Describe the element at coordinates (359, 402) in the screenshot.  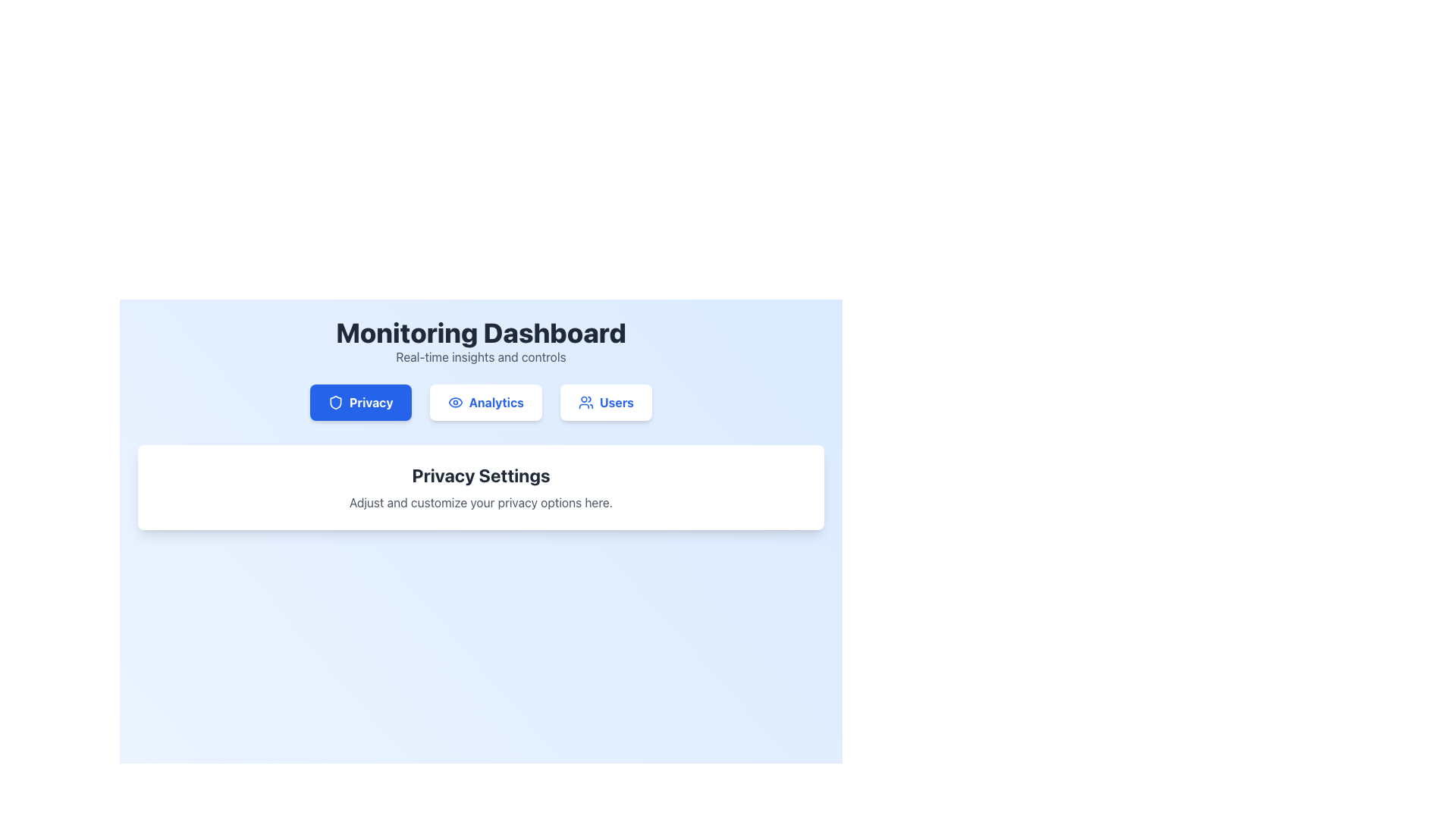
I see `the 'Privacy' button, which is a rounded rectangular button with white text on a blue background` at that location.